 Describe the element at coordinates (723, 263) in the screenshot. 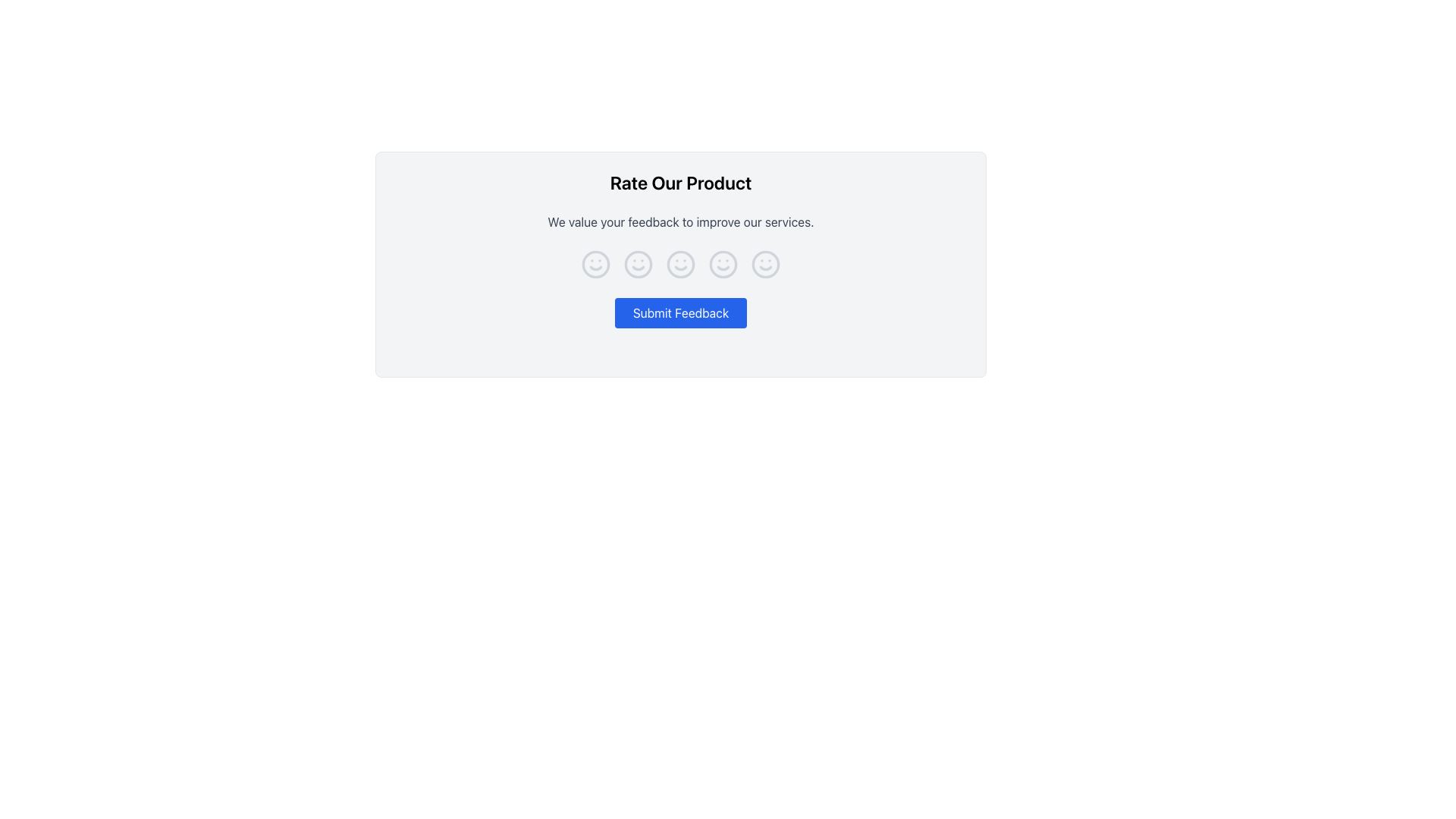

I see `the circular element of the smiling face icon, which is the third icon in a sequence of five, positioned below the feedback text and above the 'Submit Feedback' button` at that location.